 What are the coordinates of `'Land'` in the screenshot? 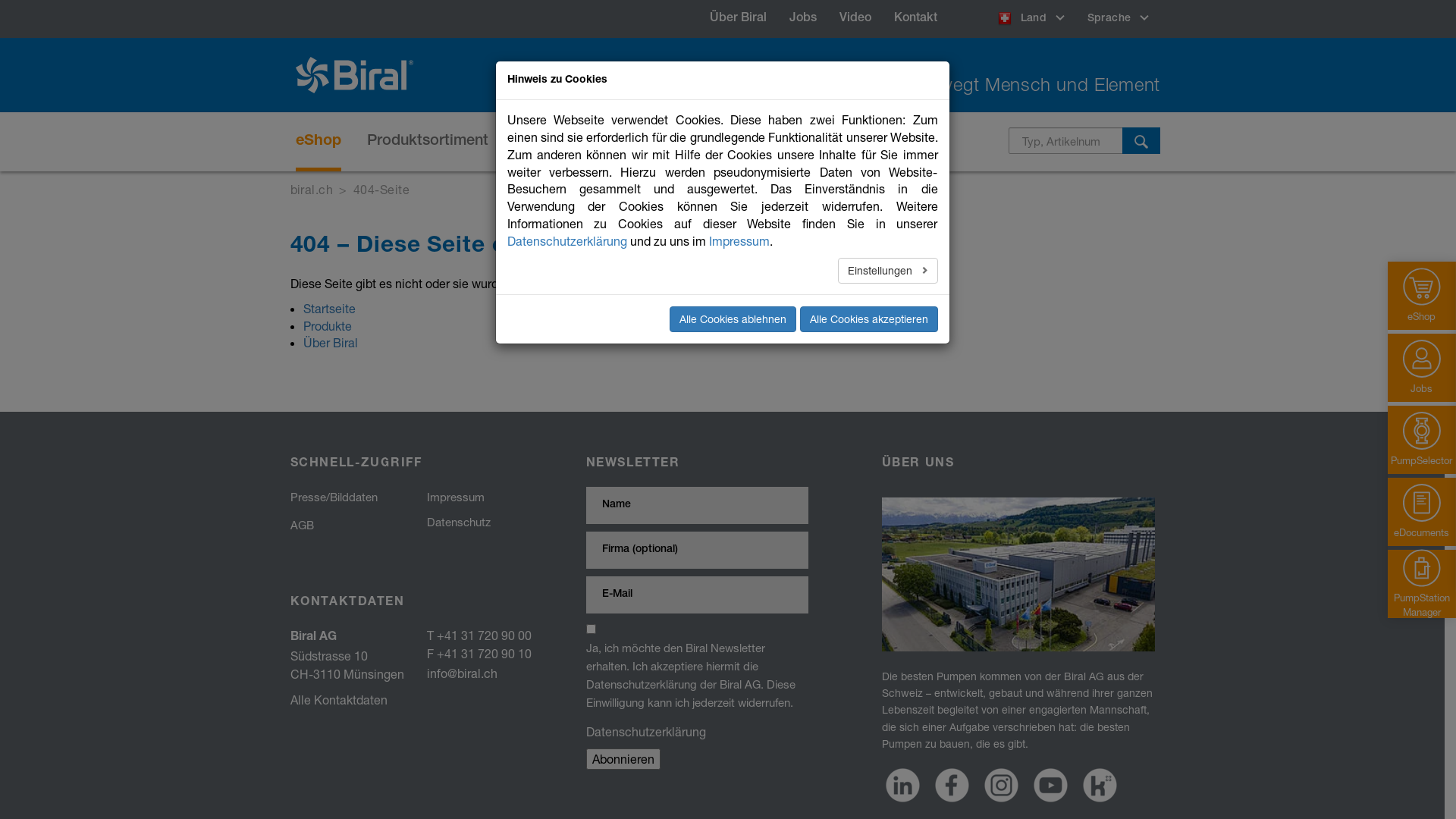 It's located at (986, 18).